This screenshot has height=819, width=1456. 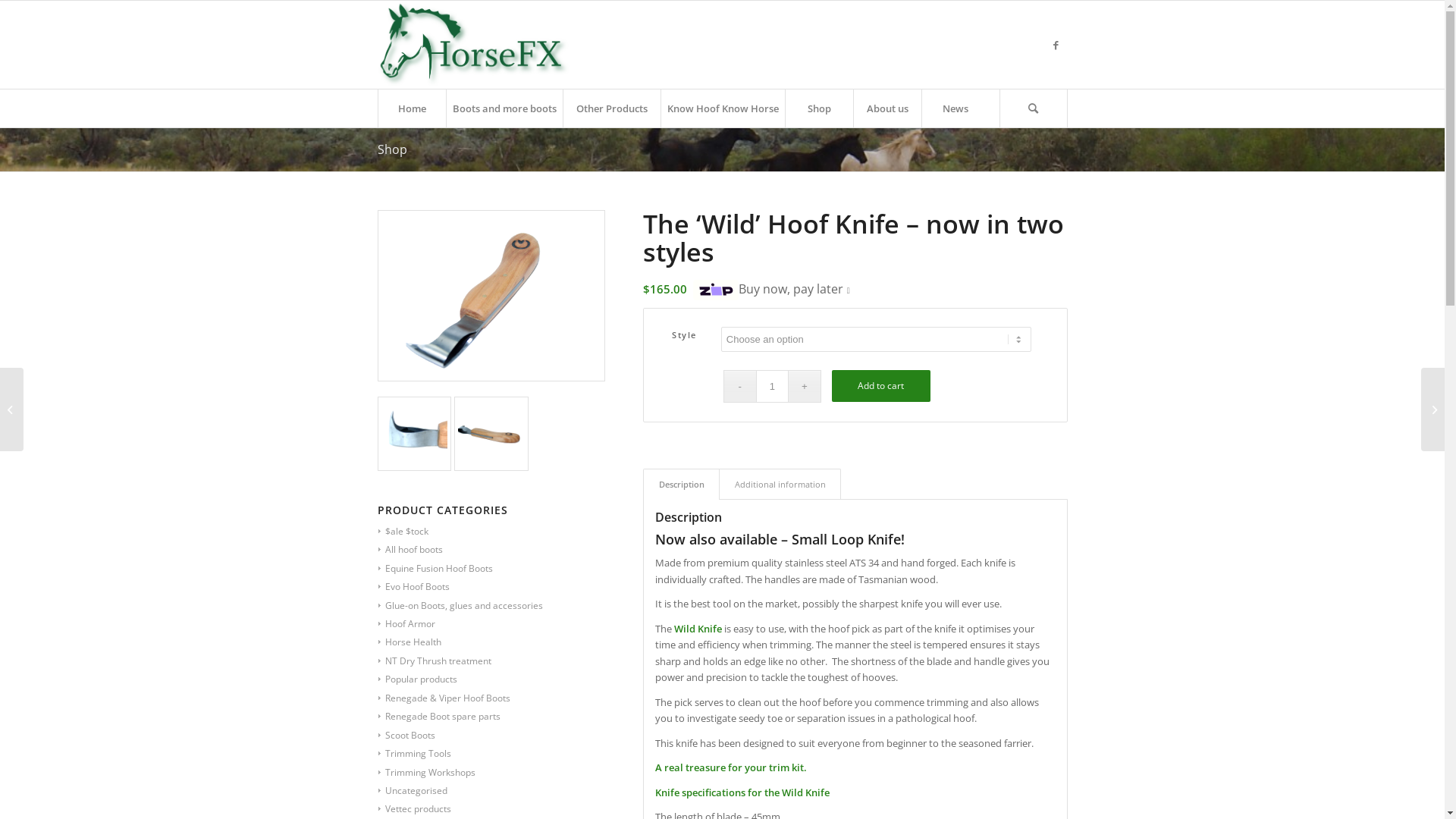 What do you see at coordinates (953, 107) in the screenshot?
I see `'News'` at bounding box center [953, 107].